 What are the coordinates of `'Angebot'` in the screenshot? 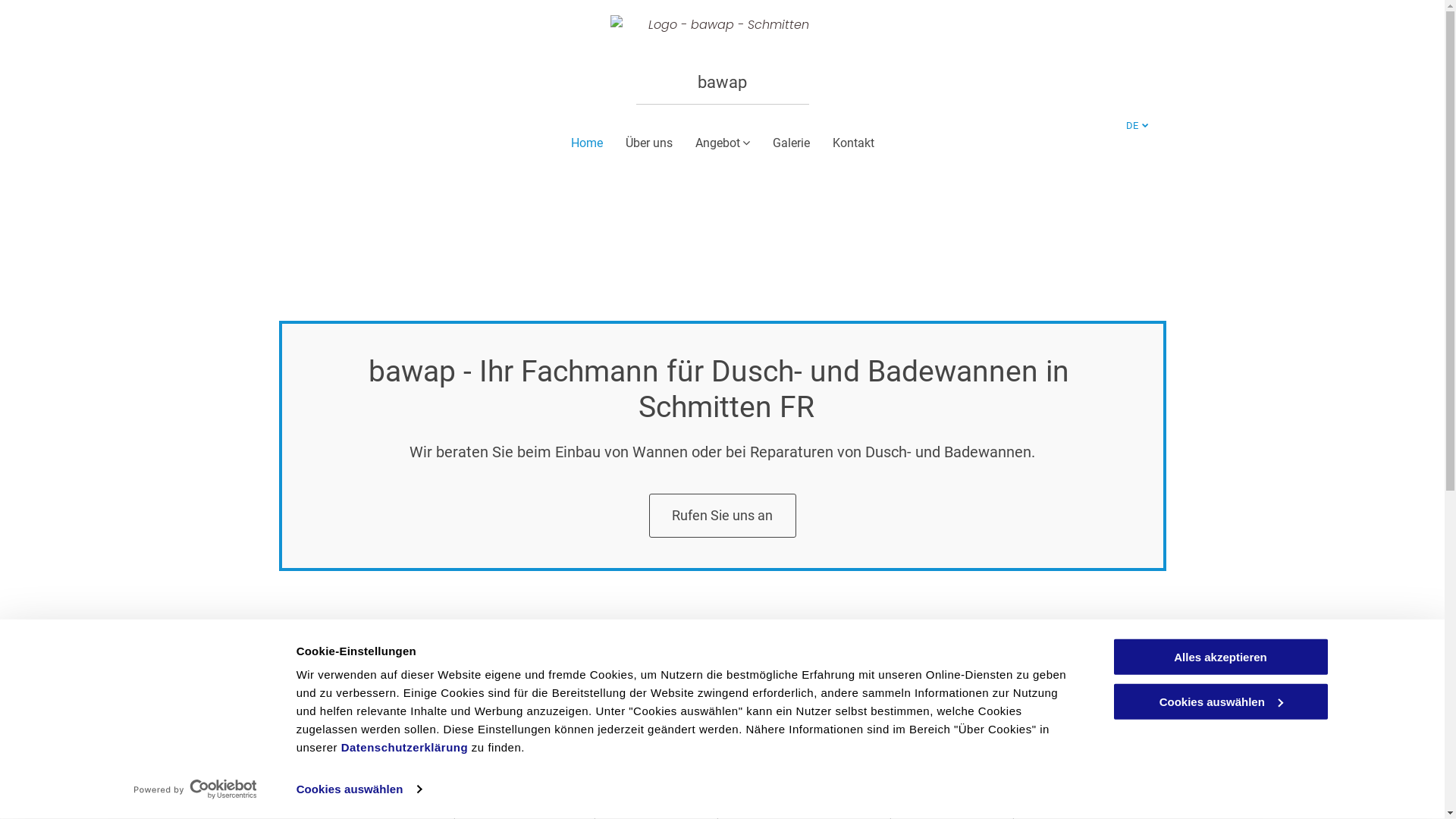 It's located at (720, 143).